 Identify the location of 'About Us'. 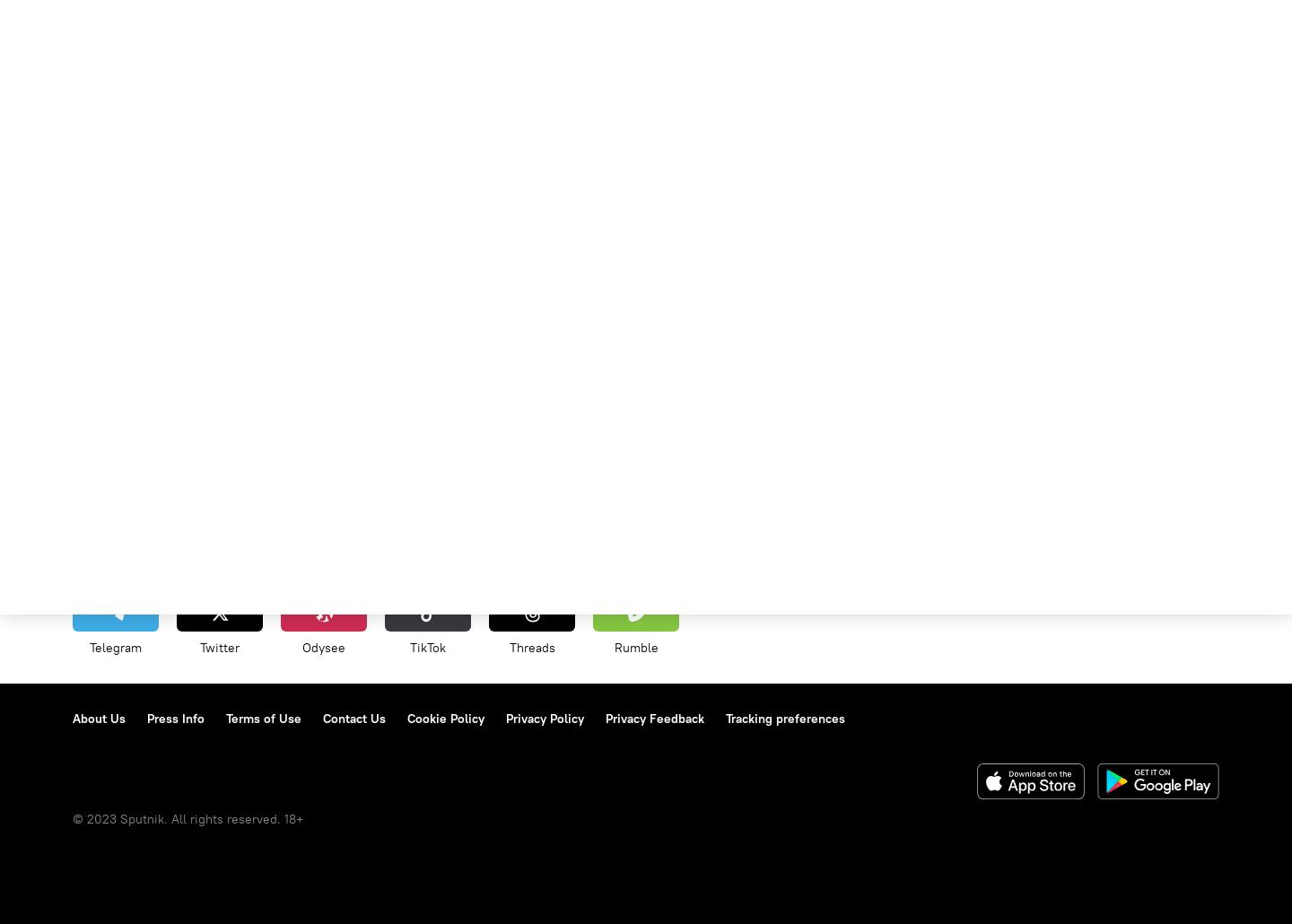
(99, 717).